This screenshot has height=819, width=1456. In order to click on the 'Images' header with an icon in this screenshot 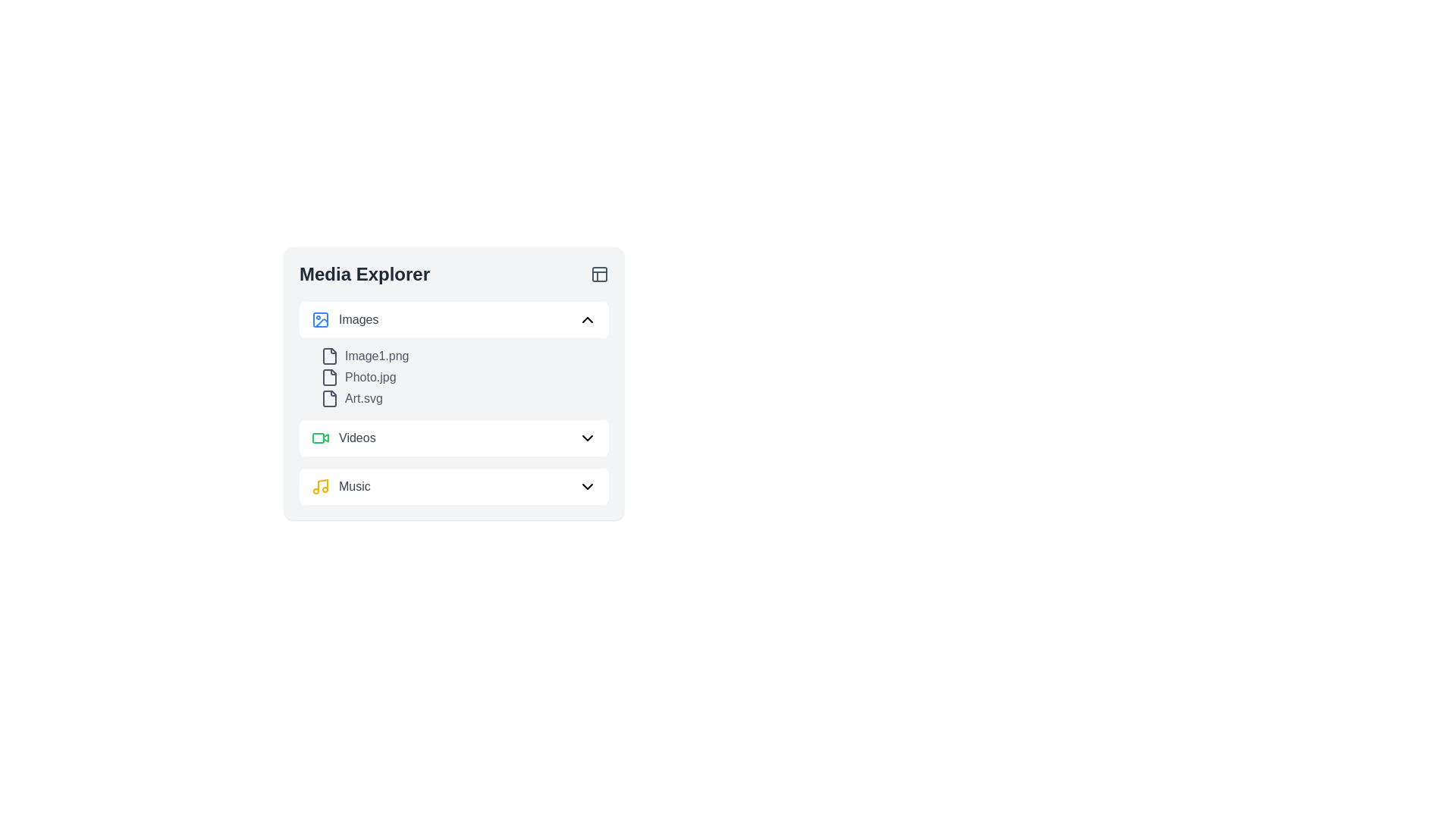, I will do `click(344, 318)`.